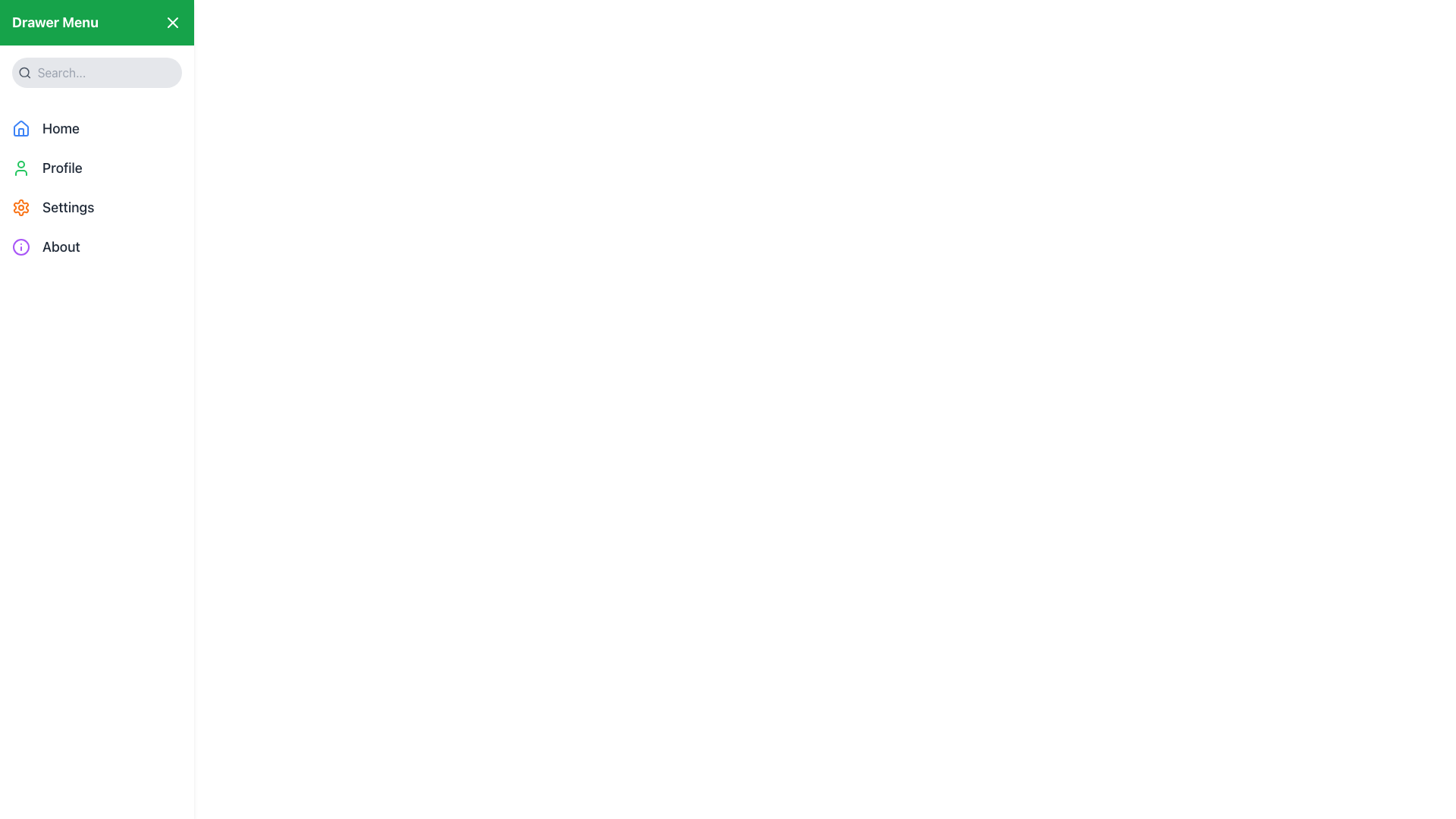  What do you see at coordinates (172, 23) in the screenshot?
I see `the 'X' icon in the top-right corner of the green 'Drawer Menu' bar, which is styled as two crossing lines forming an iconographic close button` at bounding box center [172, 23].